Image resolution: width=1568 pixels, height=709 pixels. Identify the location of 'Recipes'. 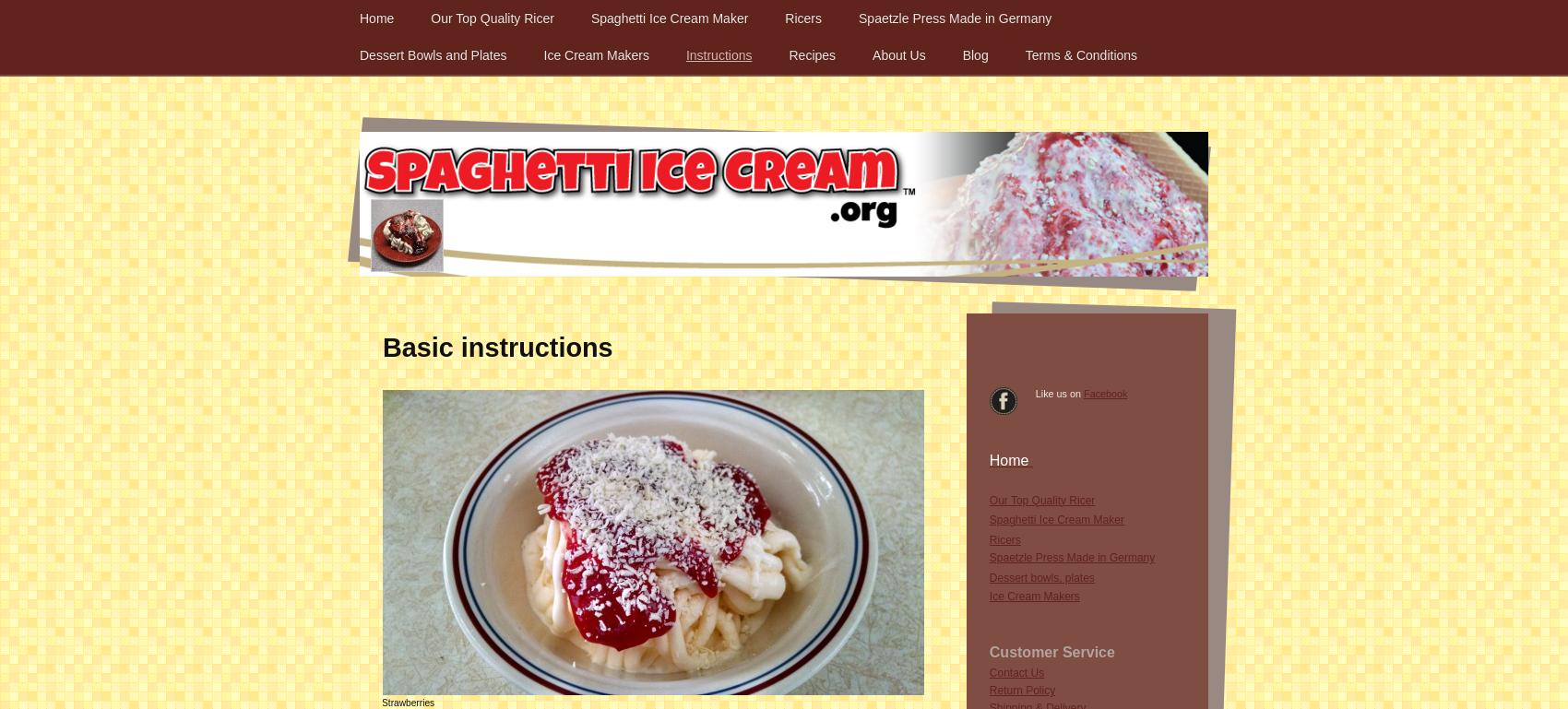
(812, 54).